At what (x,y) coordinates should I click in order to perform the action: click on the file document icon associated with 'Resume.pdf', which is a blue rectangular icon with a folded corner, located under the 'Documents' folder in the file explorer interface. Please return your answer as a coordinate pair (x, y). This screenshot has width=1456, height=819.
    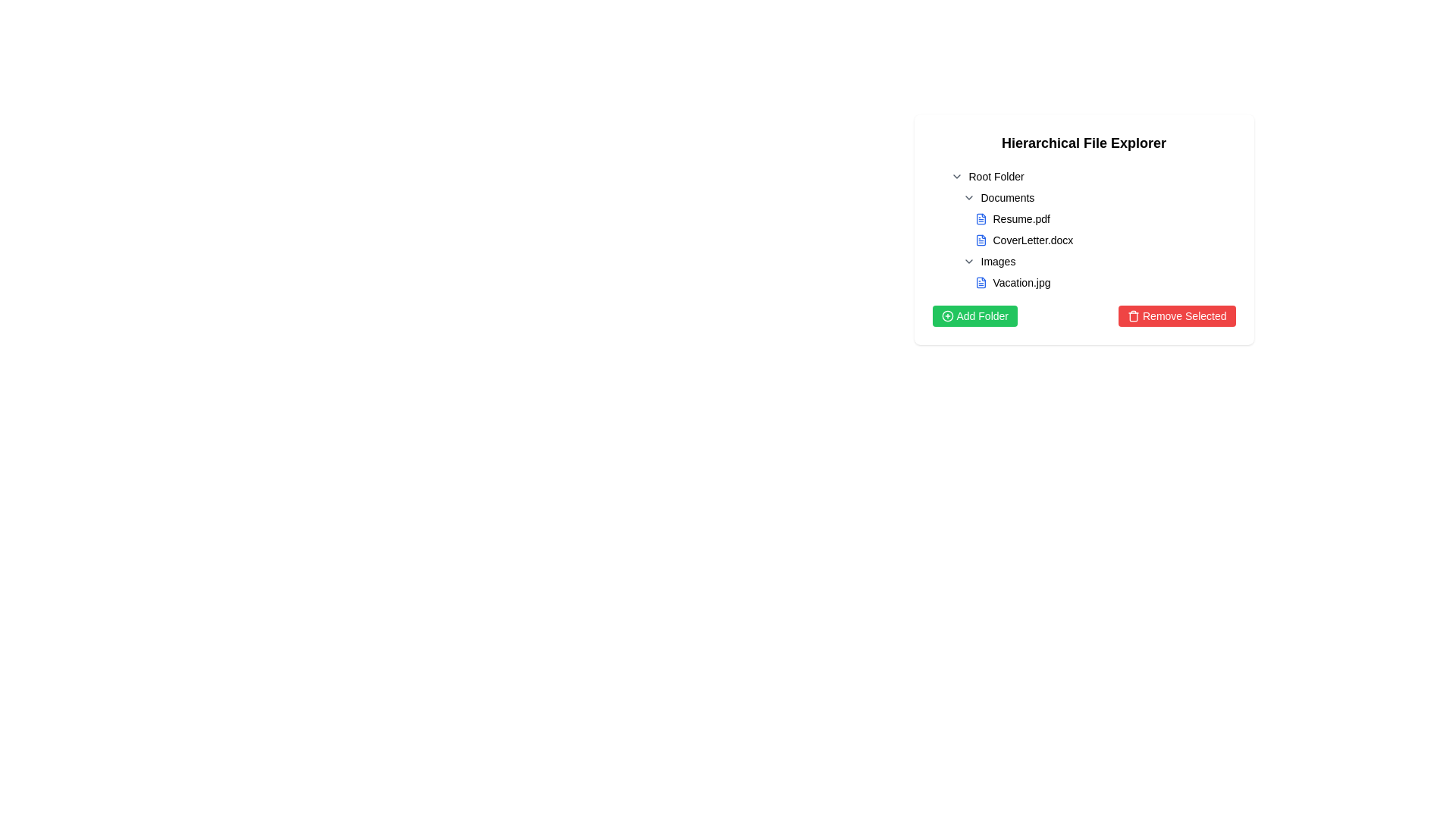
    Looking at the image, I should click on (981, 219).